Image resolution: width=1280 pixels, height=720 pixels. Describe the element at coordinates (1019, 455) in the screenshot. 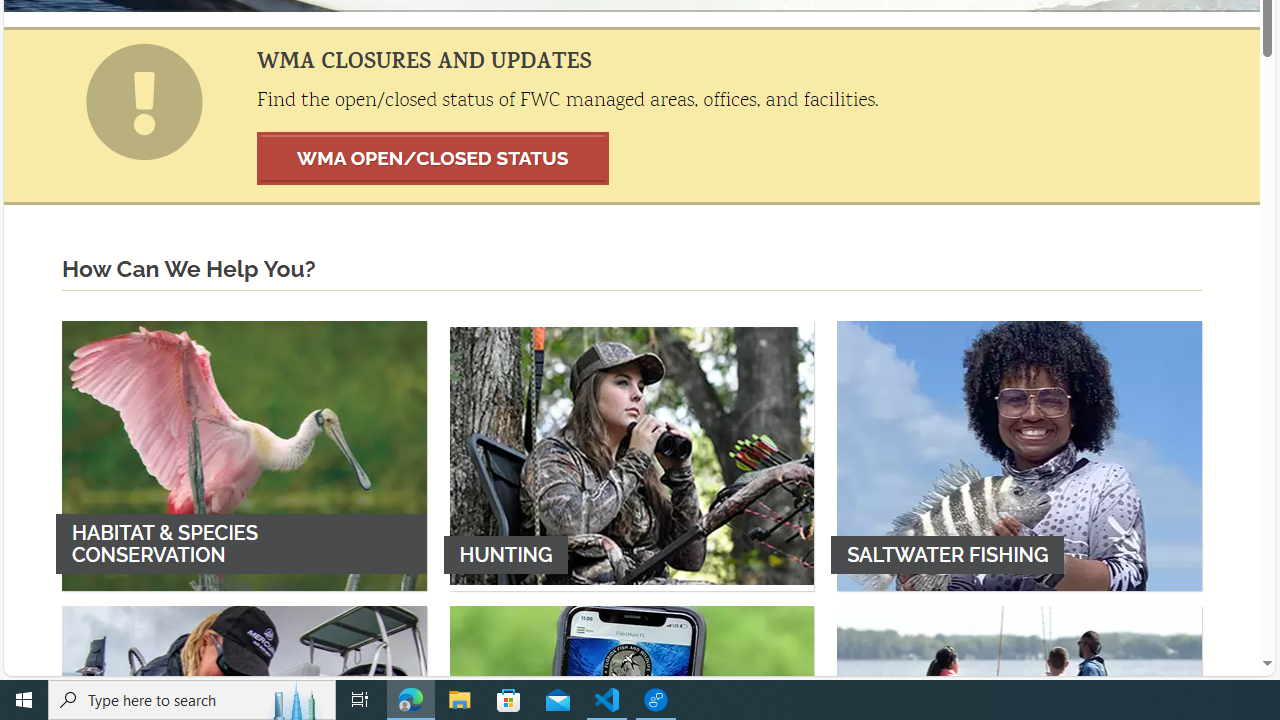

I see `'SALTWATER FISHING'` at that location.